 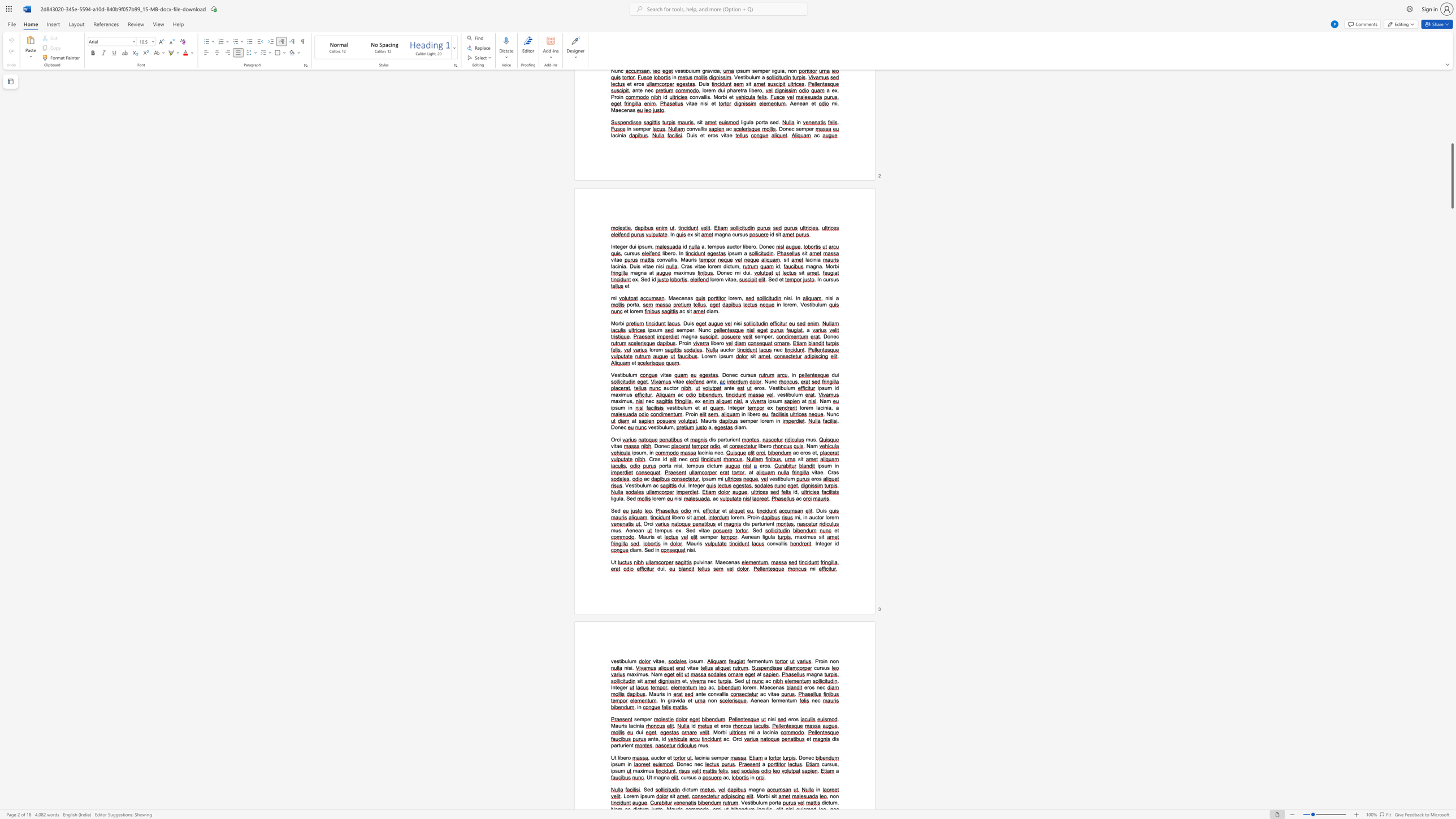 I want to click on the space between the continuous character "s" and "t" in the text, so click(x=634, y=485).